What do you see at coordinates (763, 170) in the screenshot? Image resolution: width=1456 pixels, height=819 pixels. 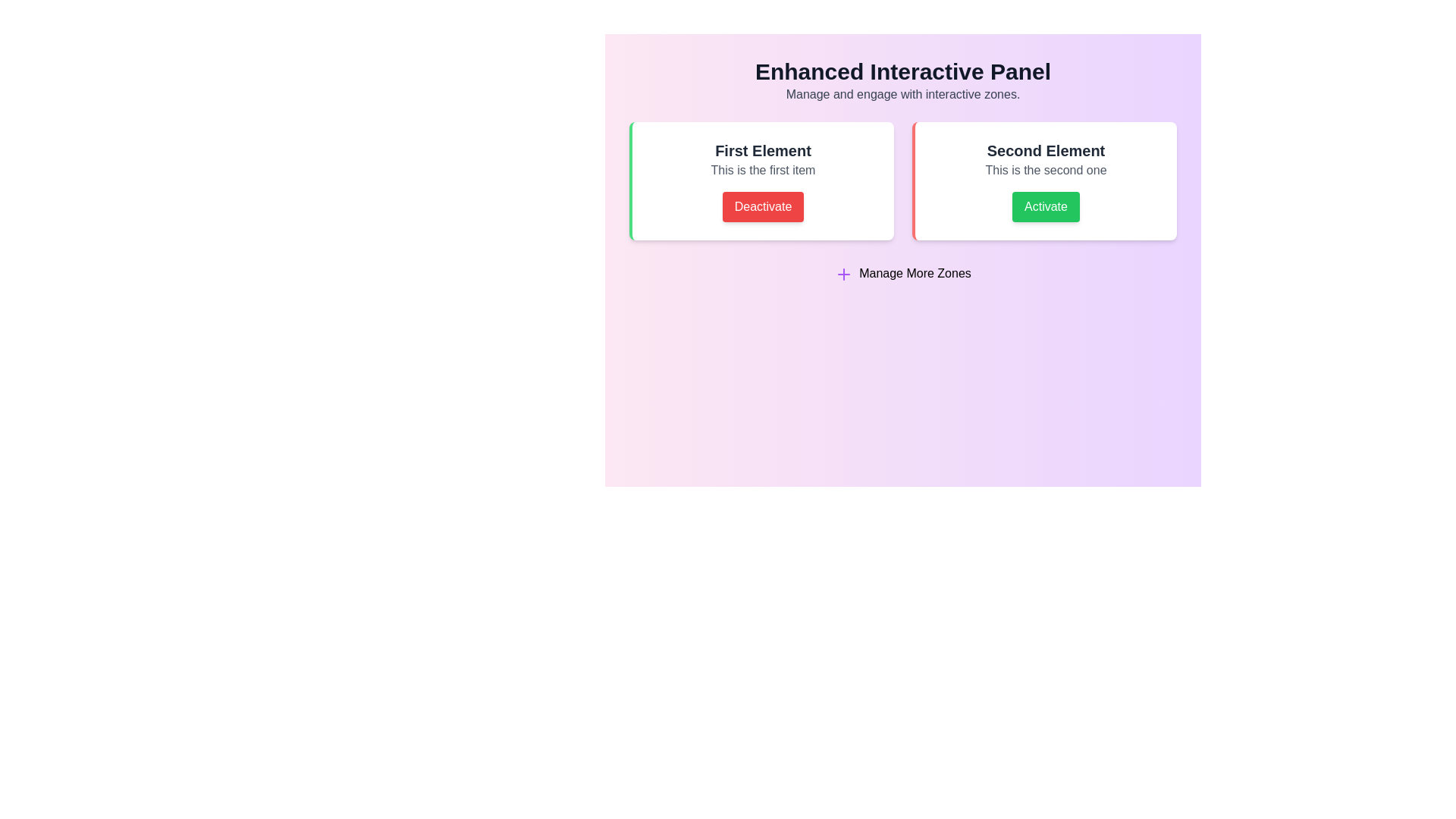 I see `the informational text element located at the center of the left card, which is the second text element beneath the heading 'First Element'` at bounding box center [763, 170].